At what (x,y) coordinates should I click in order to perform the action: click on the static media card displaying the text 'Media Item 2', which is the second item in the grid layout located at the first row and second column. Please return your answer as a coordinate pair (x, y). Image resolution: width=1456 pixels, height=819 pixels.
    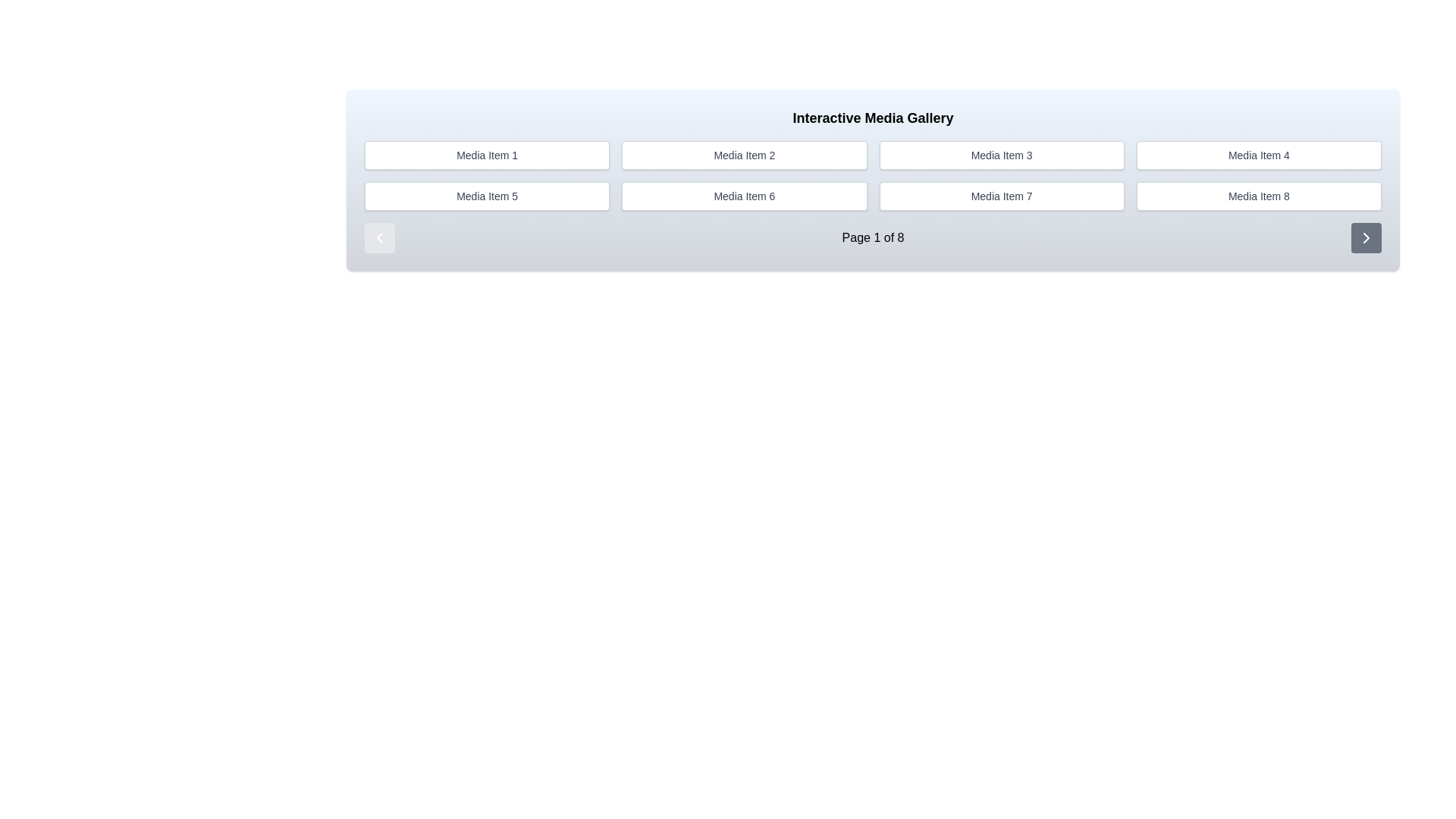
    Looking at the image, I should click on (744, 155).